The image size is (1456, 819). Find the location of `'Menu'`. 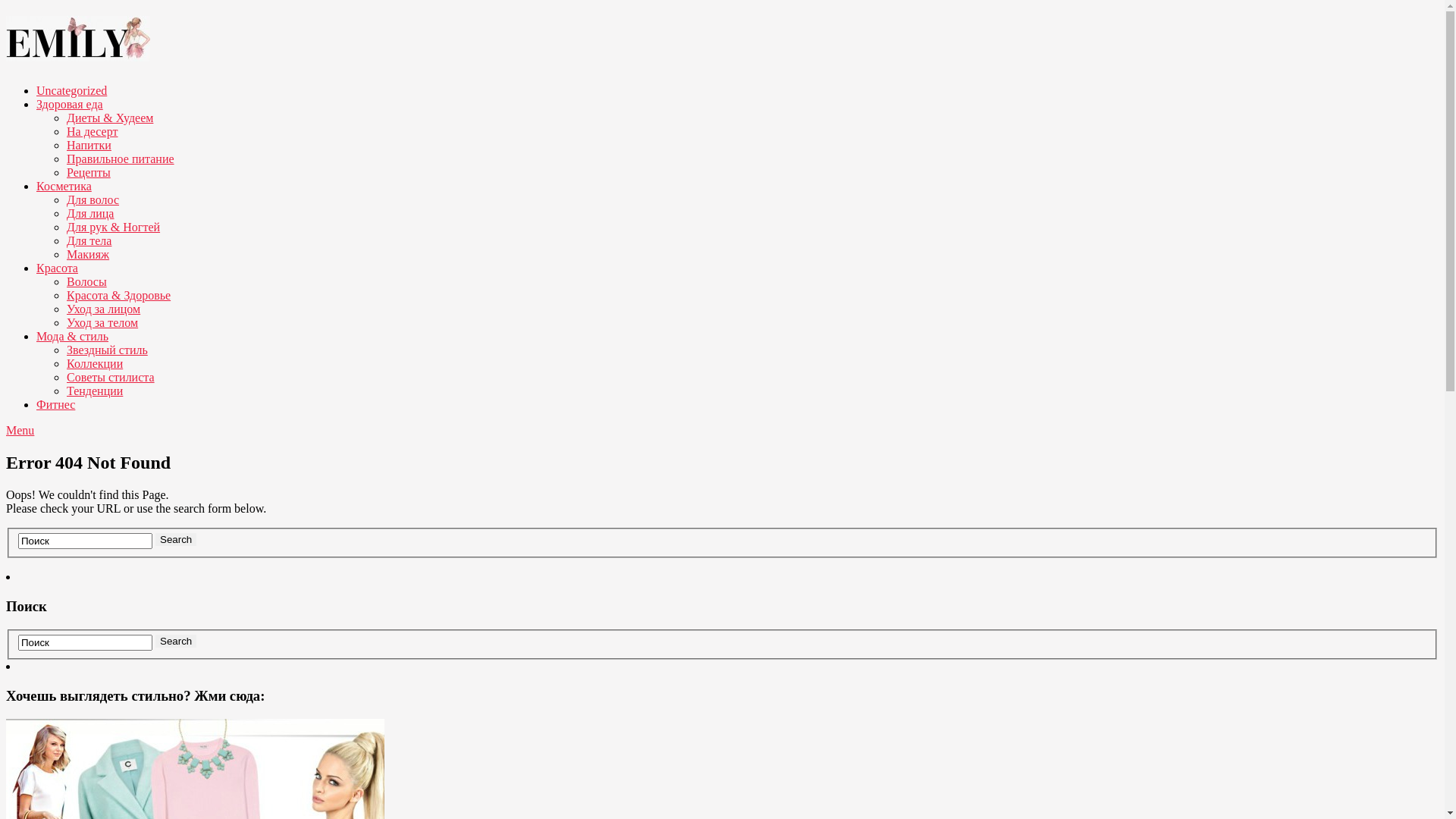

'Menu' is located at coordinates (20, 430).